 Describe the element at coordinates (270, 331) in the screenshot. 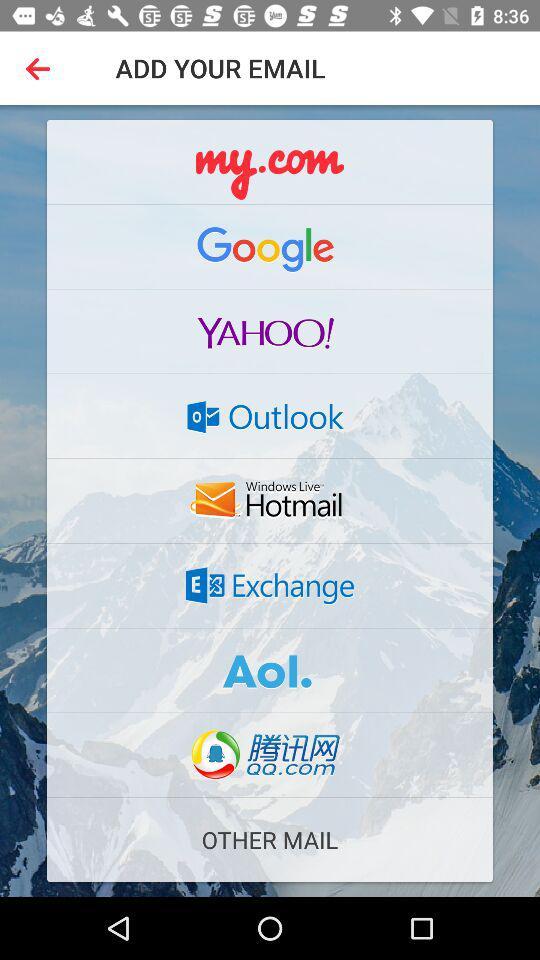

I see `add yahoo email` at that location.